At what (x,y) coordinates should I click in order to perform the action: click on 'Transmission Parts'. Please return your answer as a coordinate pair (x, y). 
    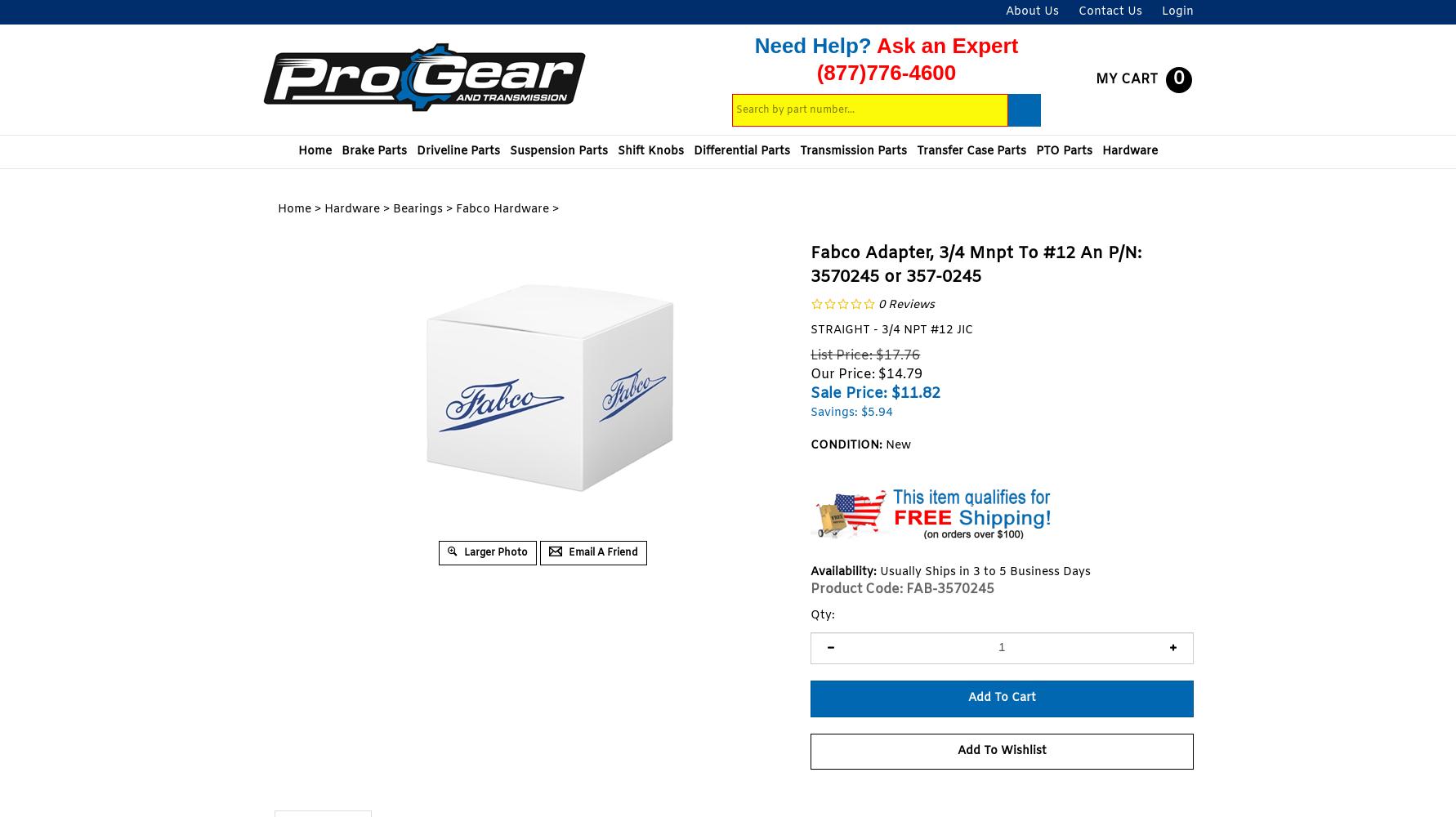
    Looking at the image, I should click on (852, 151).